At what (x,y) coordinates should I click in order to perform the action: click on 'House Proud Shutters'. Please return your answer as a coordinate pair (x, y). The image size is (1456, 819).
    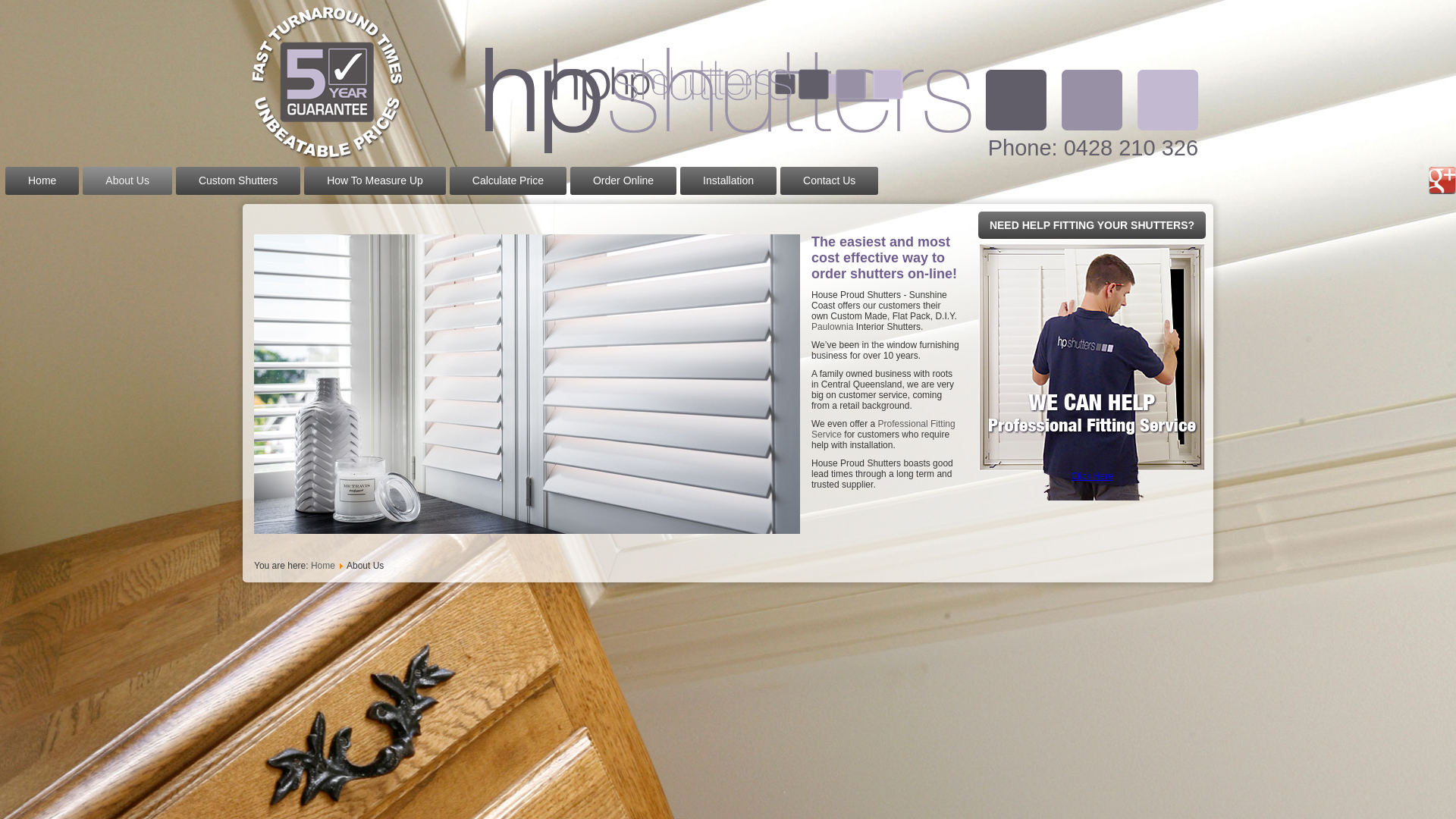
    Looking at the image, I should click on (840, 99).